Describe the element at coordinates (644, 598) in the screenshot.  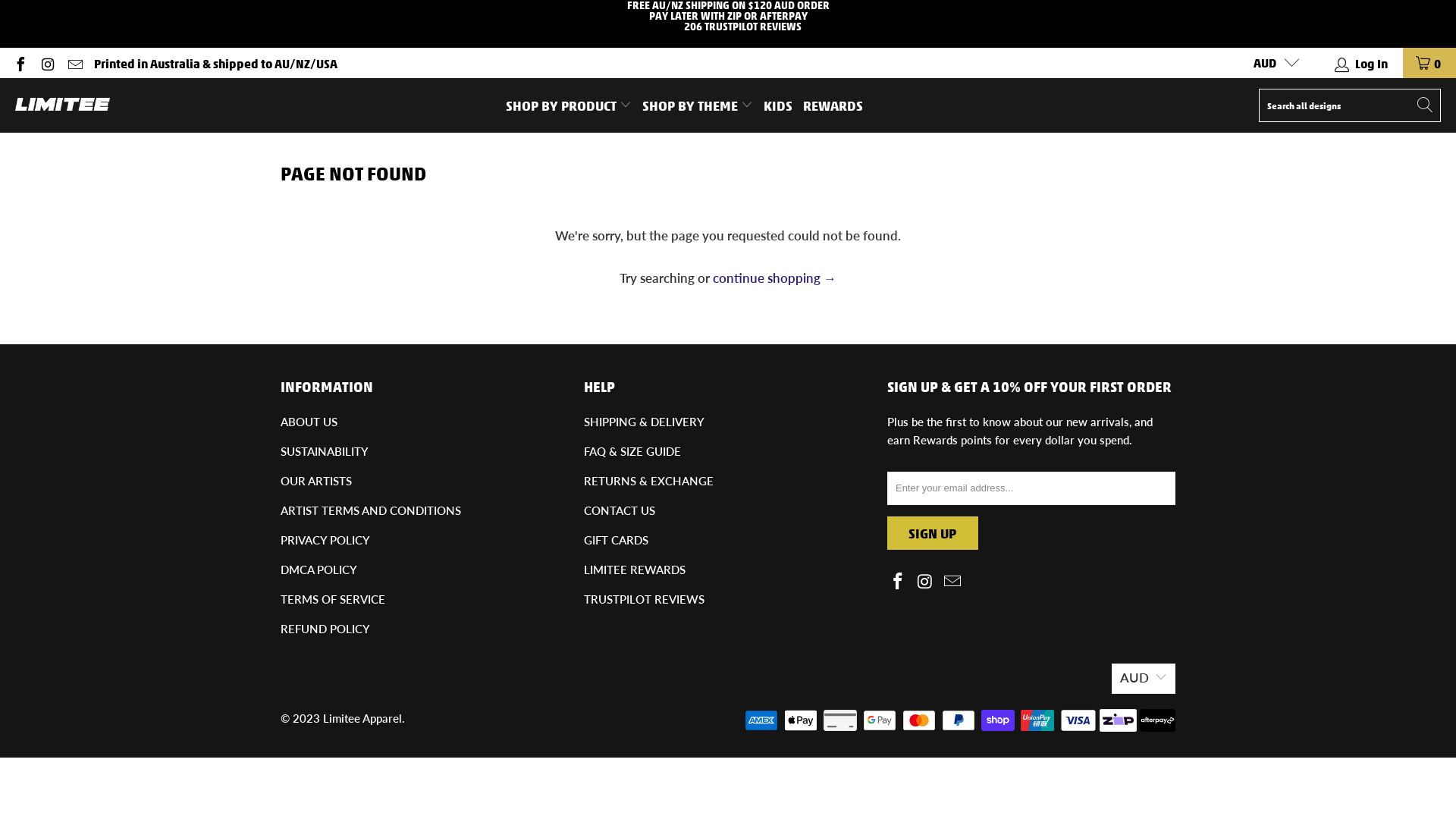
I see `'TRUSTPILOT REVIEWS'` at that location.